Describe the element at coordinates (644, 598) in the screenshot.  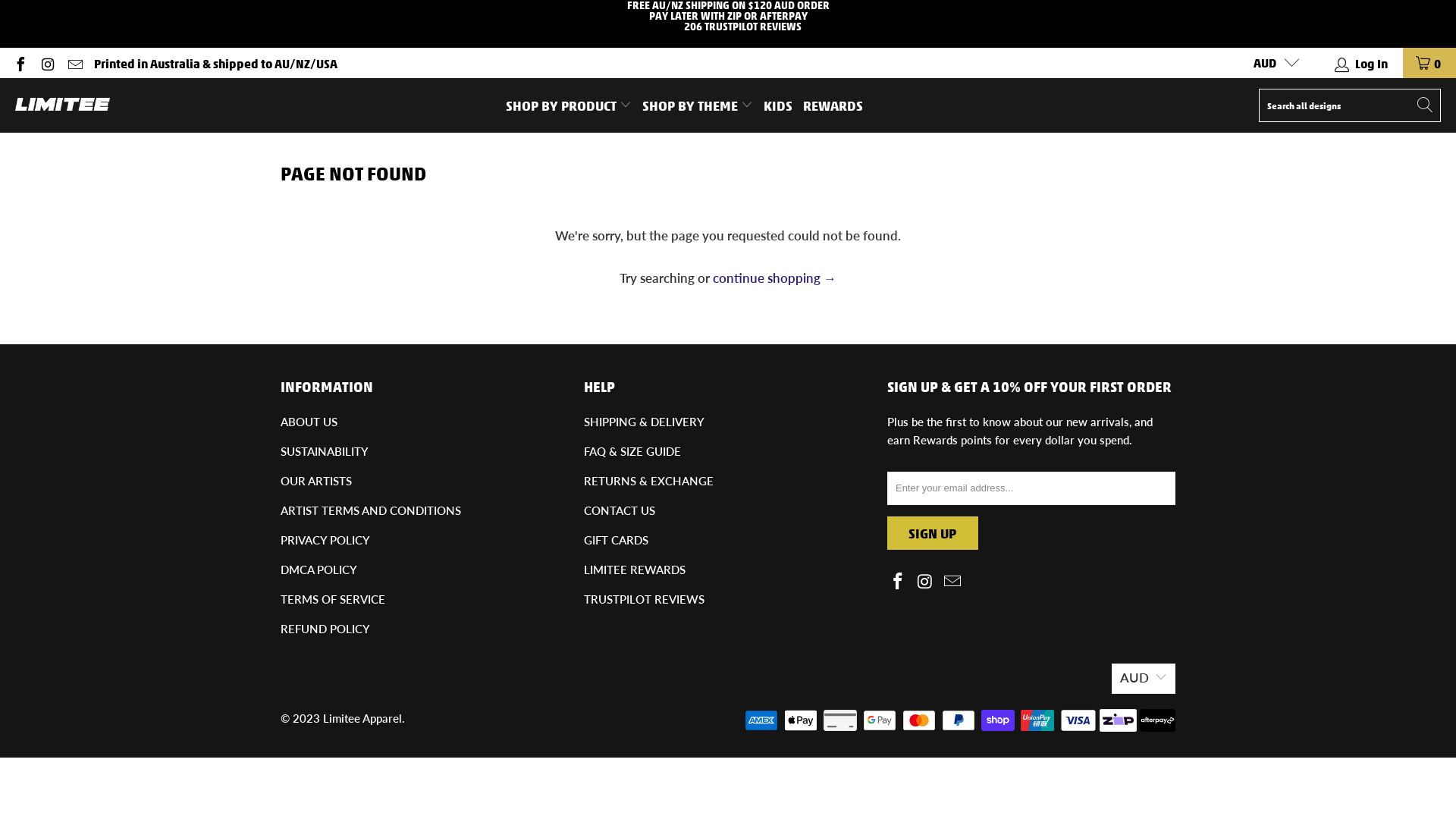
I see `'TRUSTPILOT REVIEWS'` at that location.